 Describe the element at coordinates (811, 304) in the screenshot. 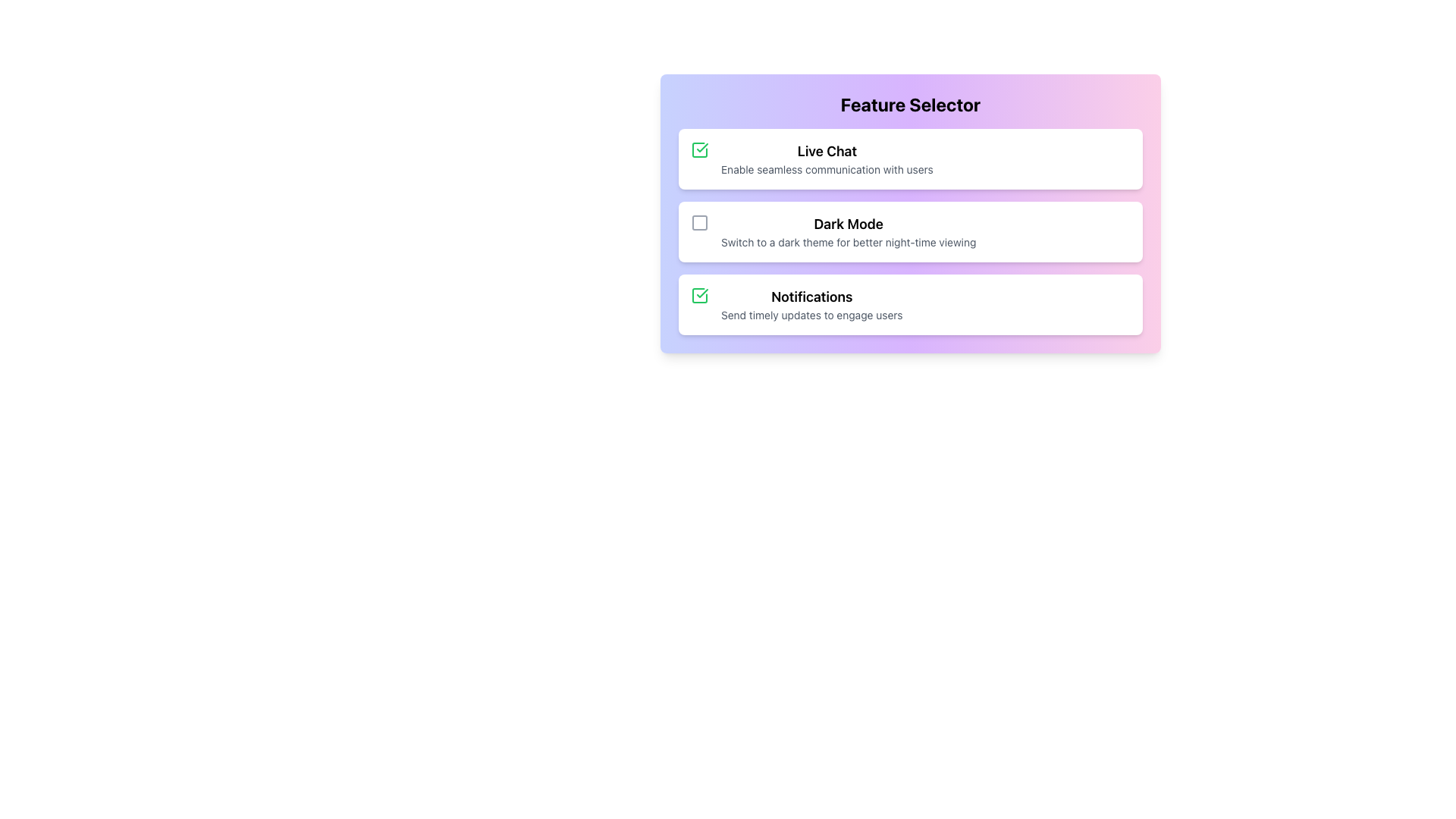

I see `the Descriptive Text Block that labels the 'Notifications' feature, which is the third item in the vertical sequence of options within the 'Feature Selector' list panel` at that location.